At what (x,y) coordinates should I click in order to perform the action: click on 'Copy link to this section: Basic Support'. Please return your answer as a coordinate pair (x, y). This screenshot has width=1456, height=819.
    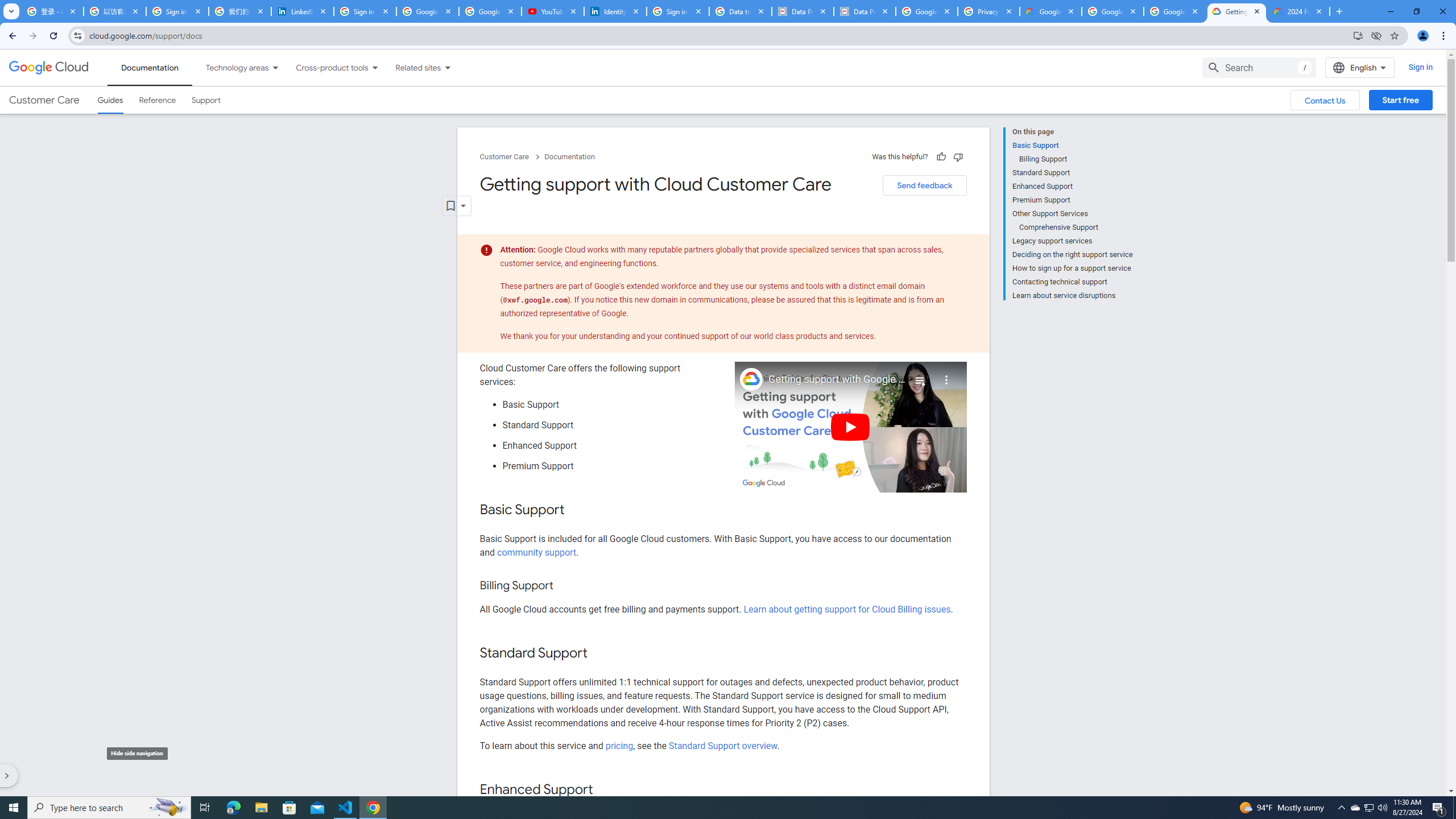
    Looking at the image, I should click on (576, 510).